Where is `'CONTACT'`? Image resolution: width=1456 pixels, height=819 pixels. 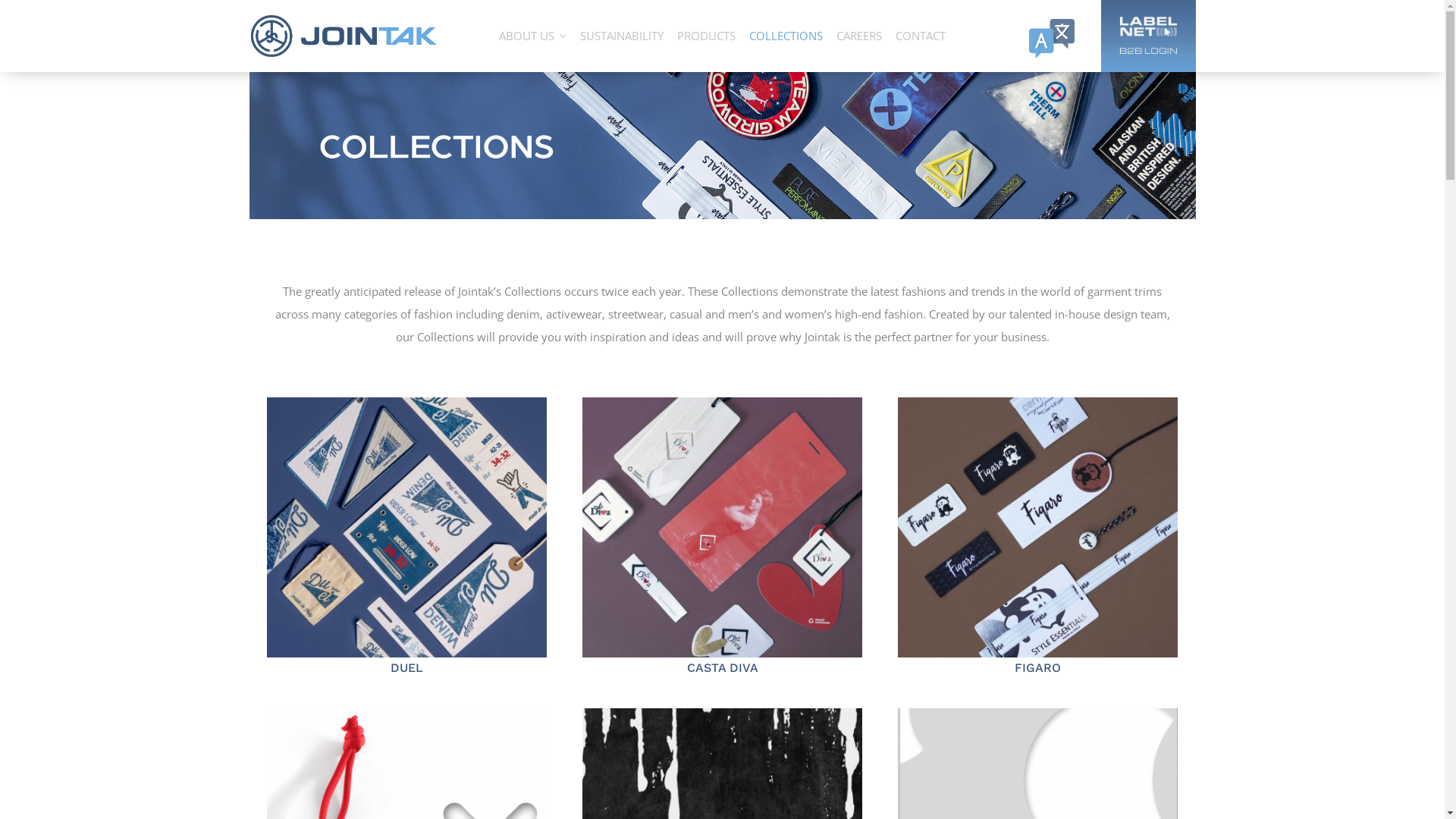 'CONTACT' is located at coordinates (920, 35).